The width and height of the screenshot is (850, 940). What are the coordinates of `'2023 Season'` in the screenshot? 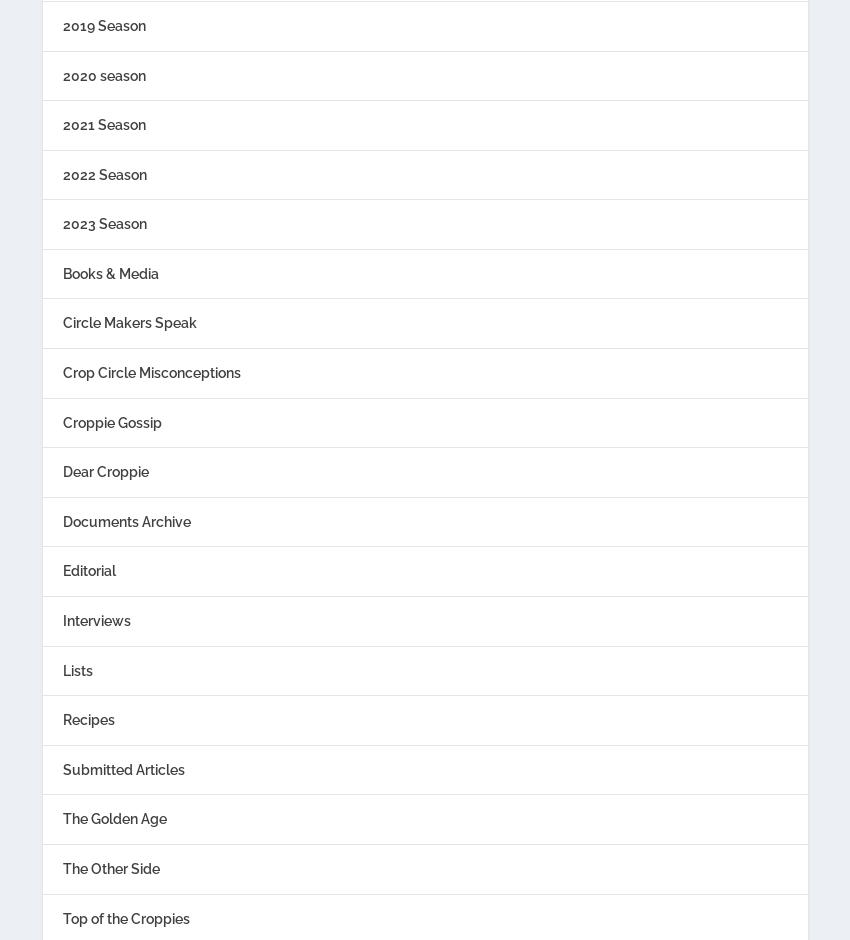 It's located at (103, 223).